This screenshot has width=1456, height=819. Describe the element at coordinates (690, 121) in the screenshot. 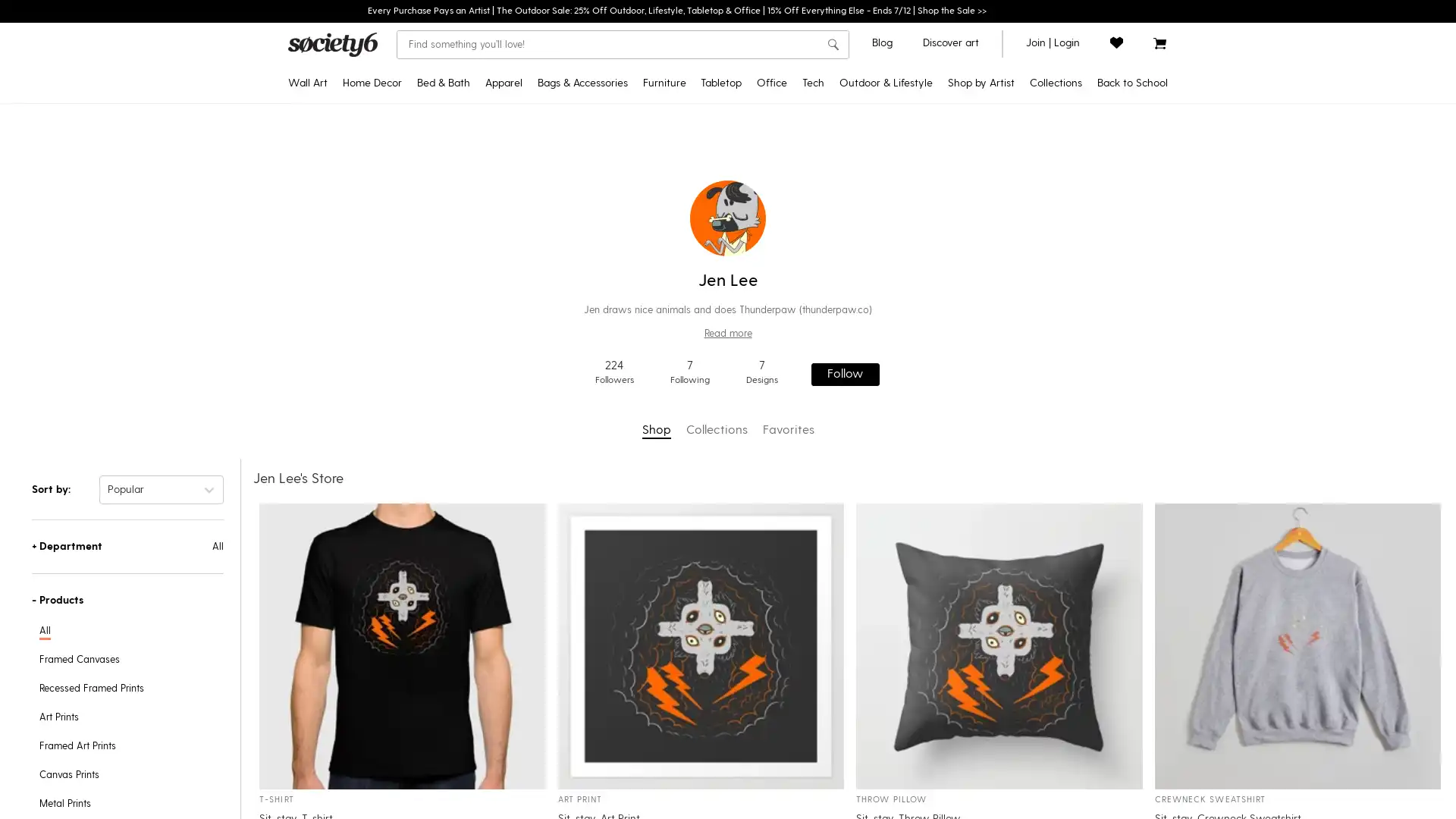

I see `Credenzas` at that location.